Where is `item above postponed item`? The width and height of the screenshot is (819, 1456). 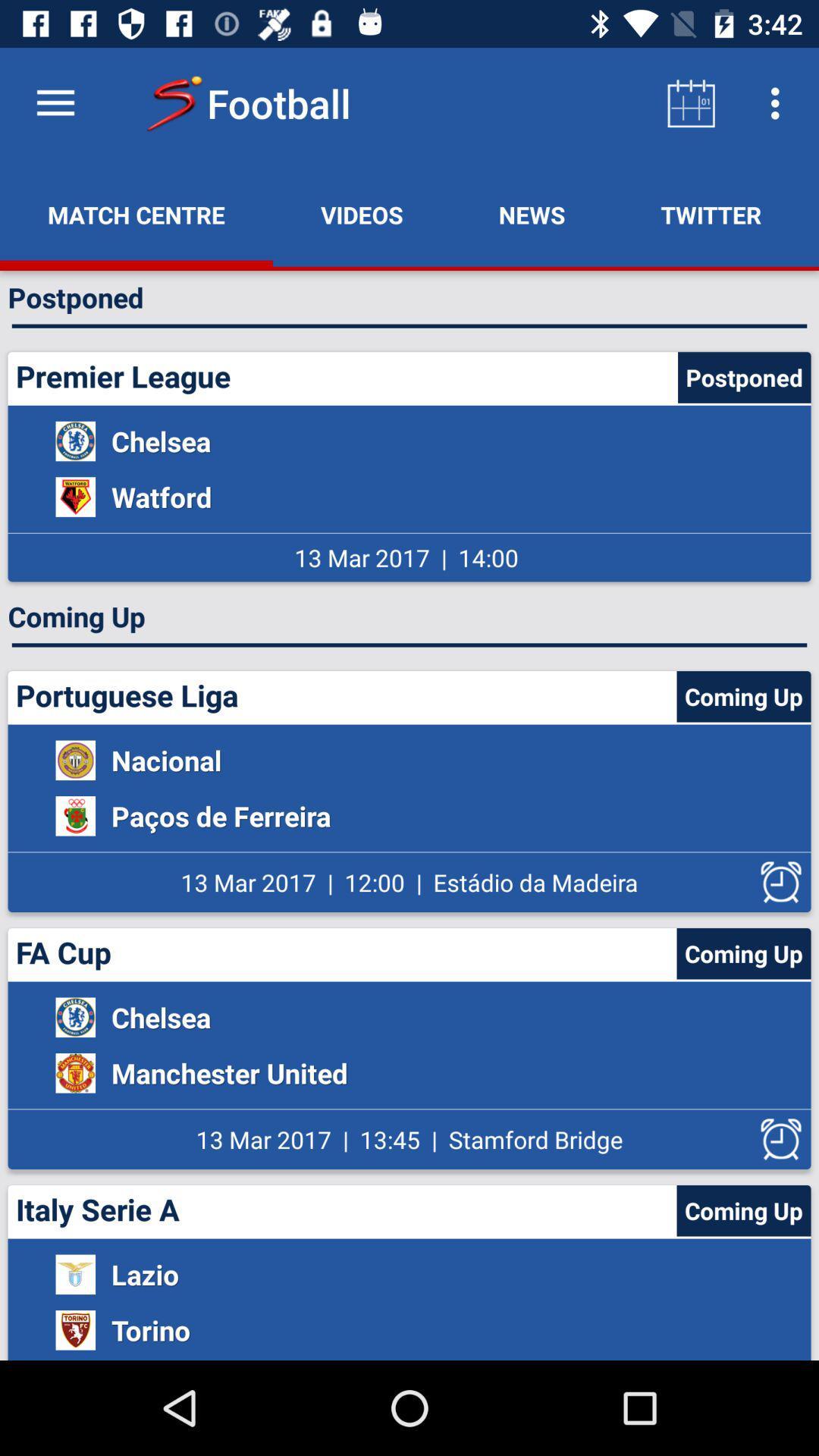 item above postponed item is located at coordinates (362, 214).